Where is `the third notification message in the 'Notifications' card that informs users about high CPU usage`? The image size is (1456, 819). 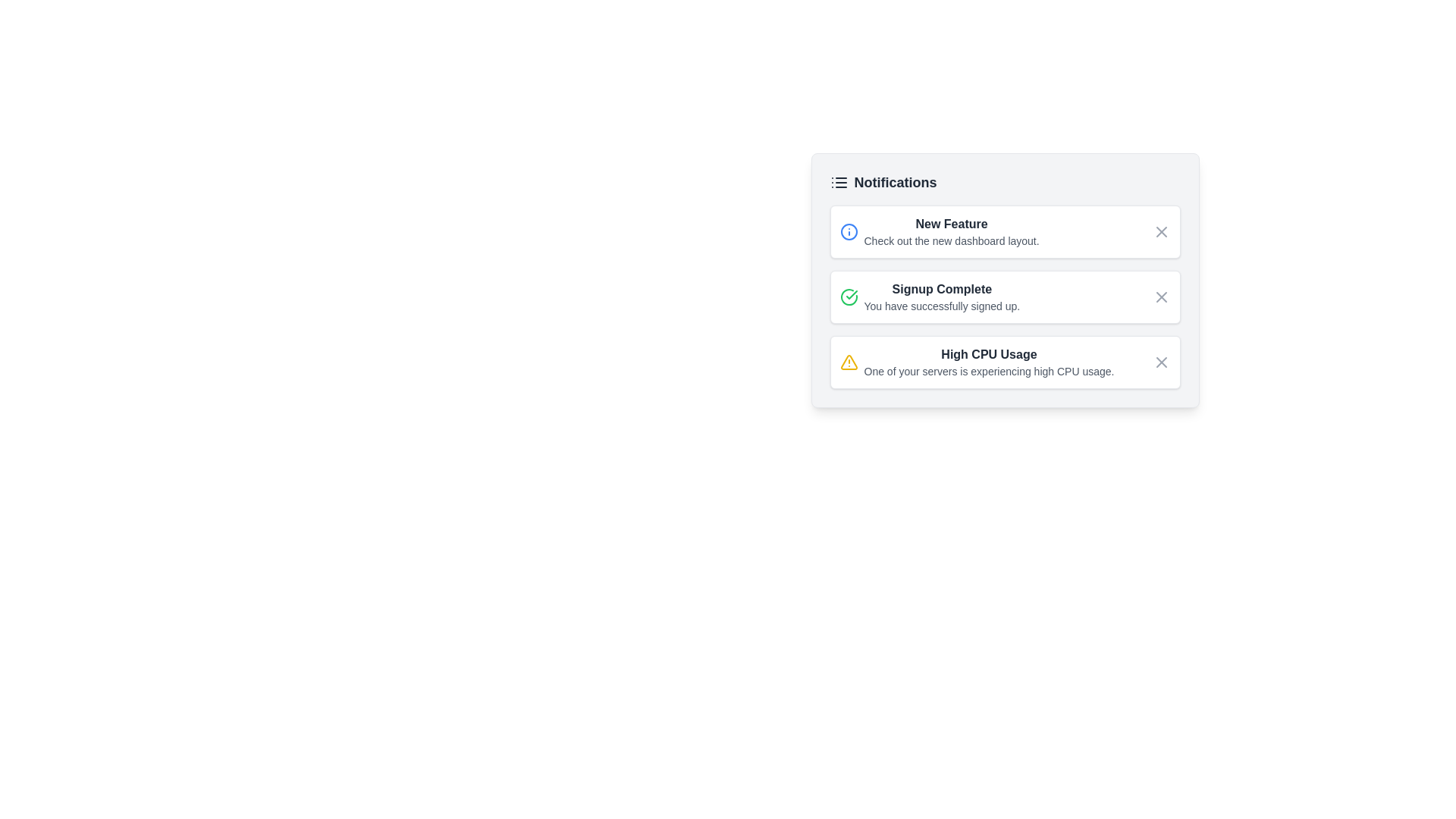 the third notification message in the 'Notifications' card that informs users about high CPU usage is located at coordinates (989, 362).